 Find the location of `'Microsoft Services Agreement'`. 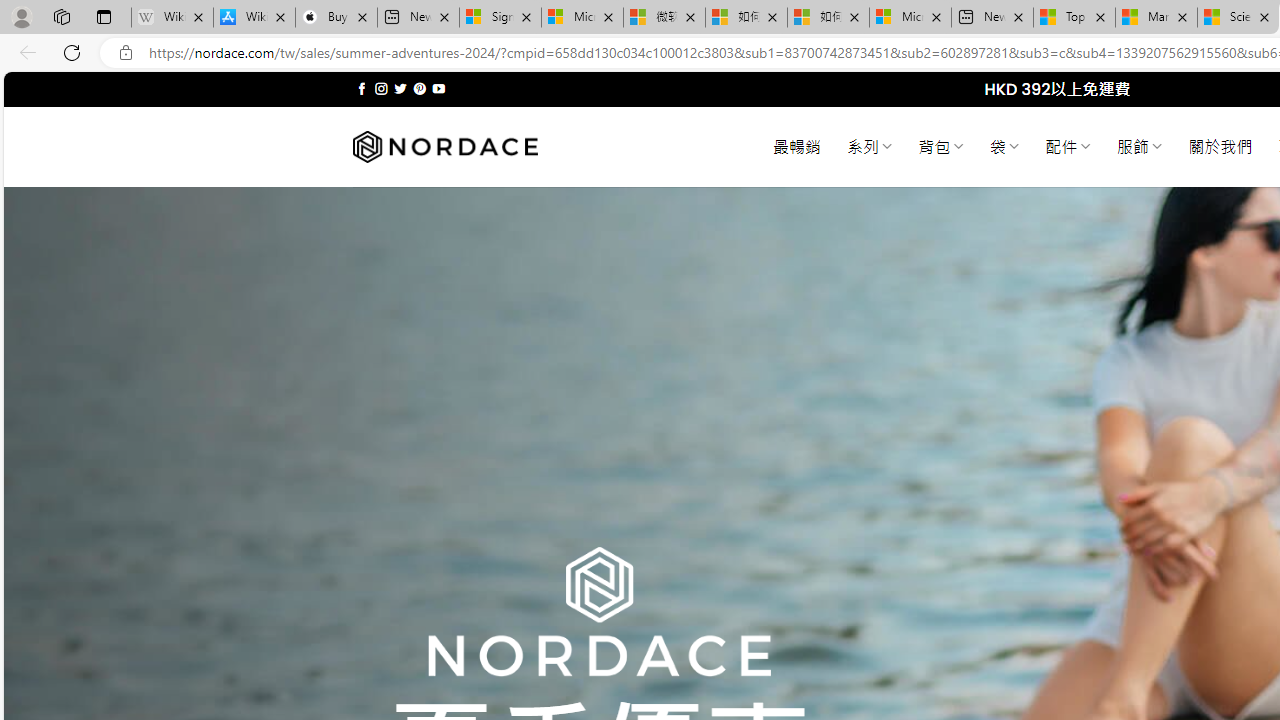

'Microsoft Services Agreement' is located at coordinates (581, 17).